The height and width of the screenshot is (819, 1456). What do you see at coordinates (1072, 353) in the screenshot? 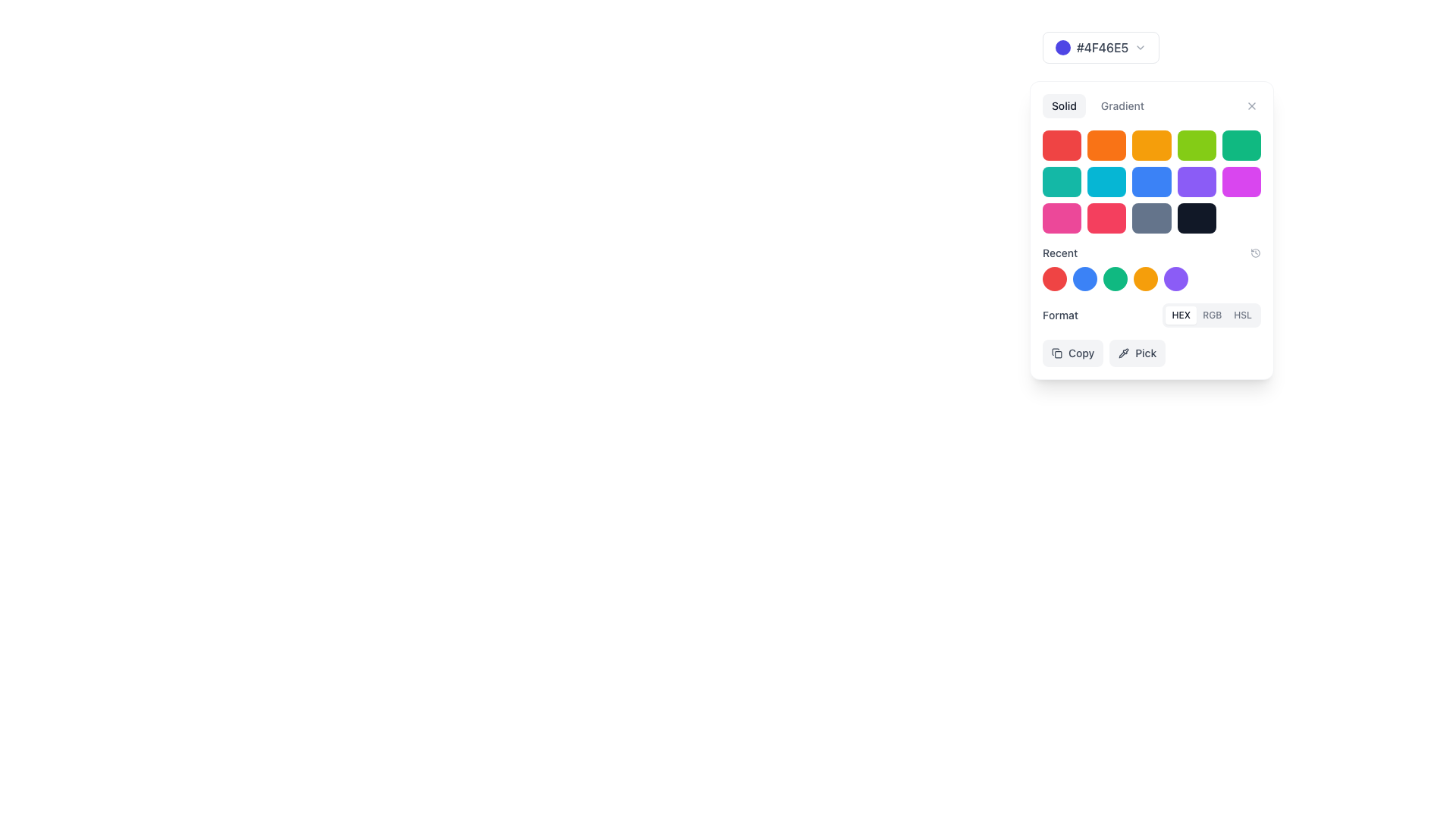
I see `the 'Copy' button located at the bottom-left corner of the color selection palette to see context menu options` at bounding box center [1072, 353].